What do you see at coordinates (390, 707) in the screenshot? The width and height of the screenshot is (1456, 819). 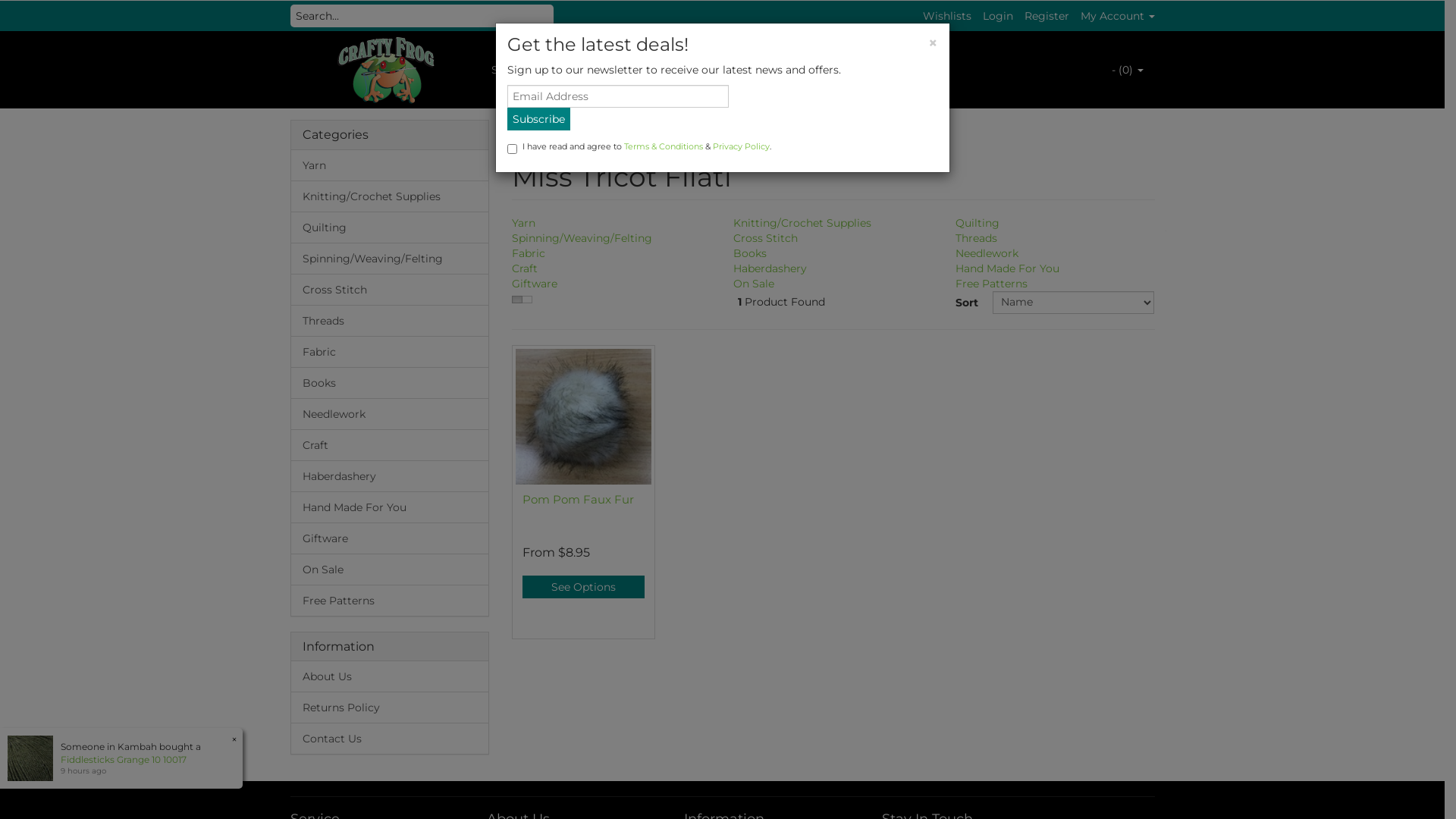 I see `'Returns Policy'` at bounding box center [390, 707].